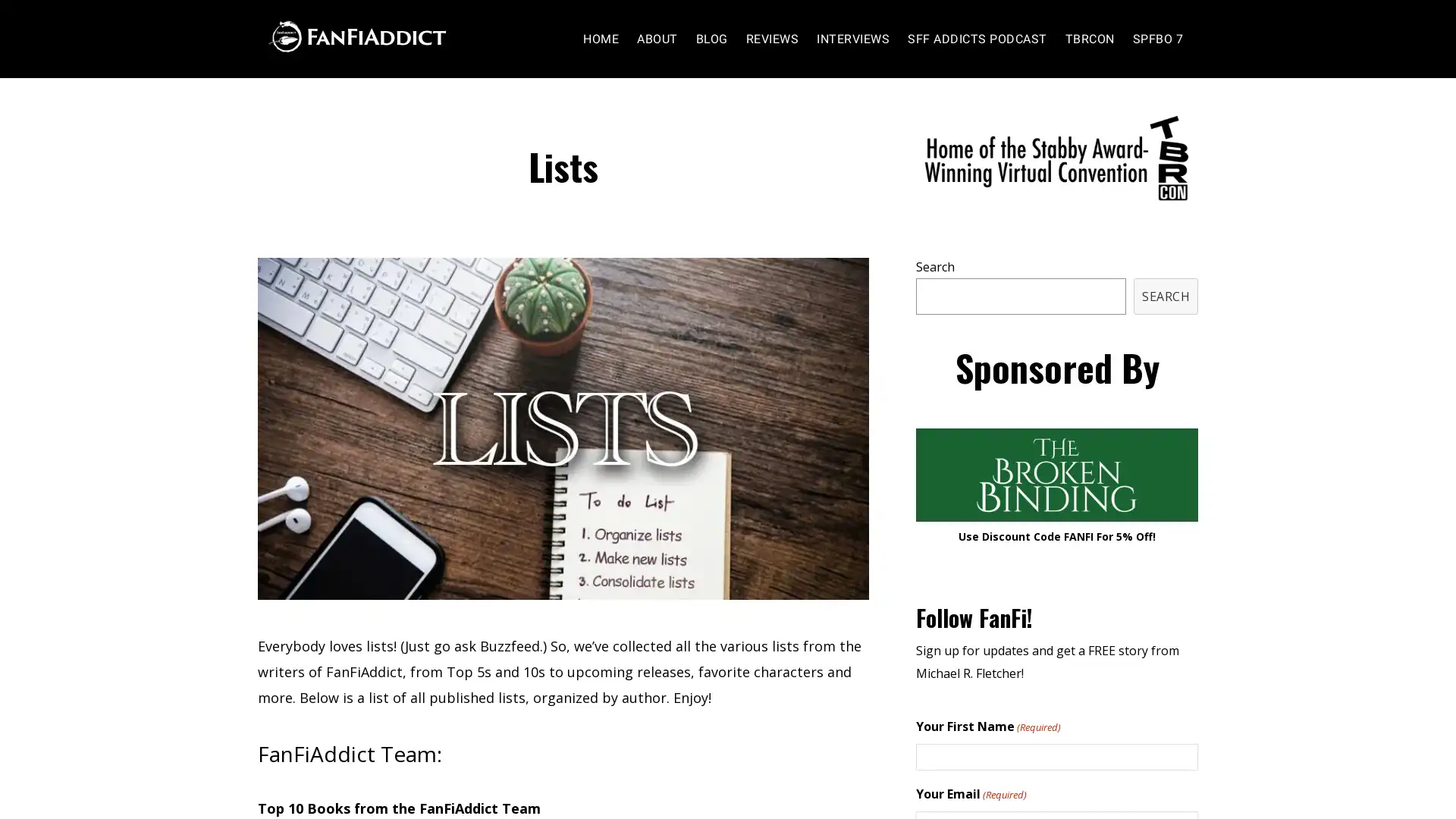  I want to click on SEARCH, so click(1165, 295).